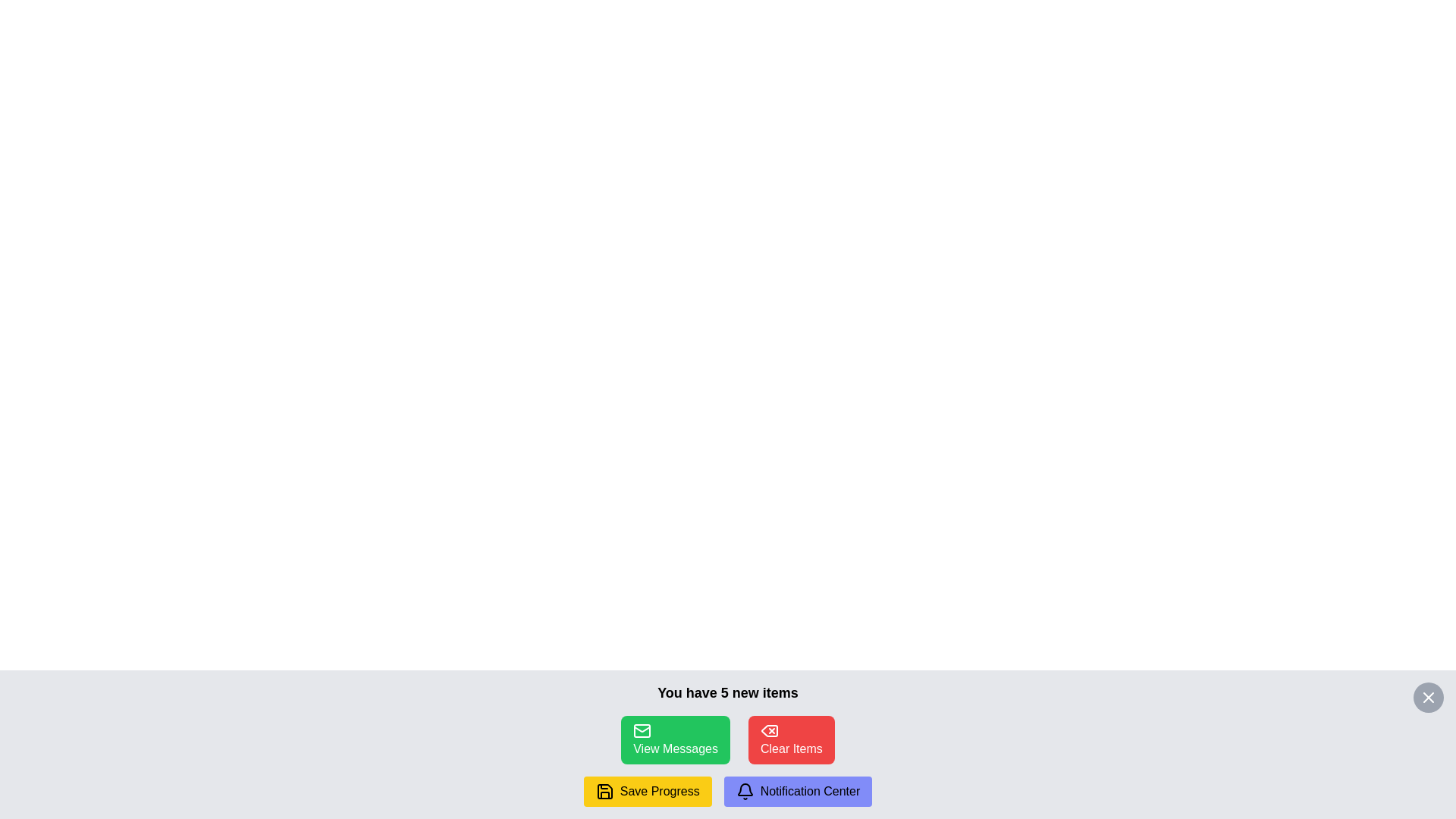  Describe the element at coordinates (675, 739) in the screenshot. I see `the first button in the bottom-central section of the interface` at that location.